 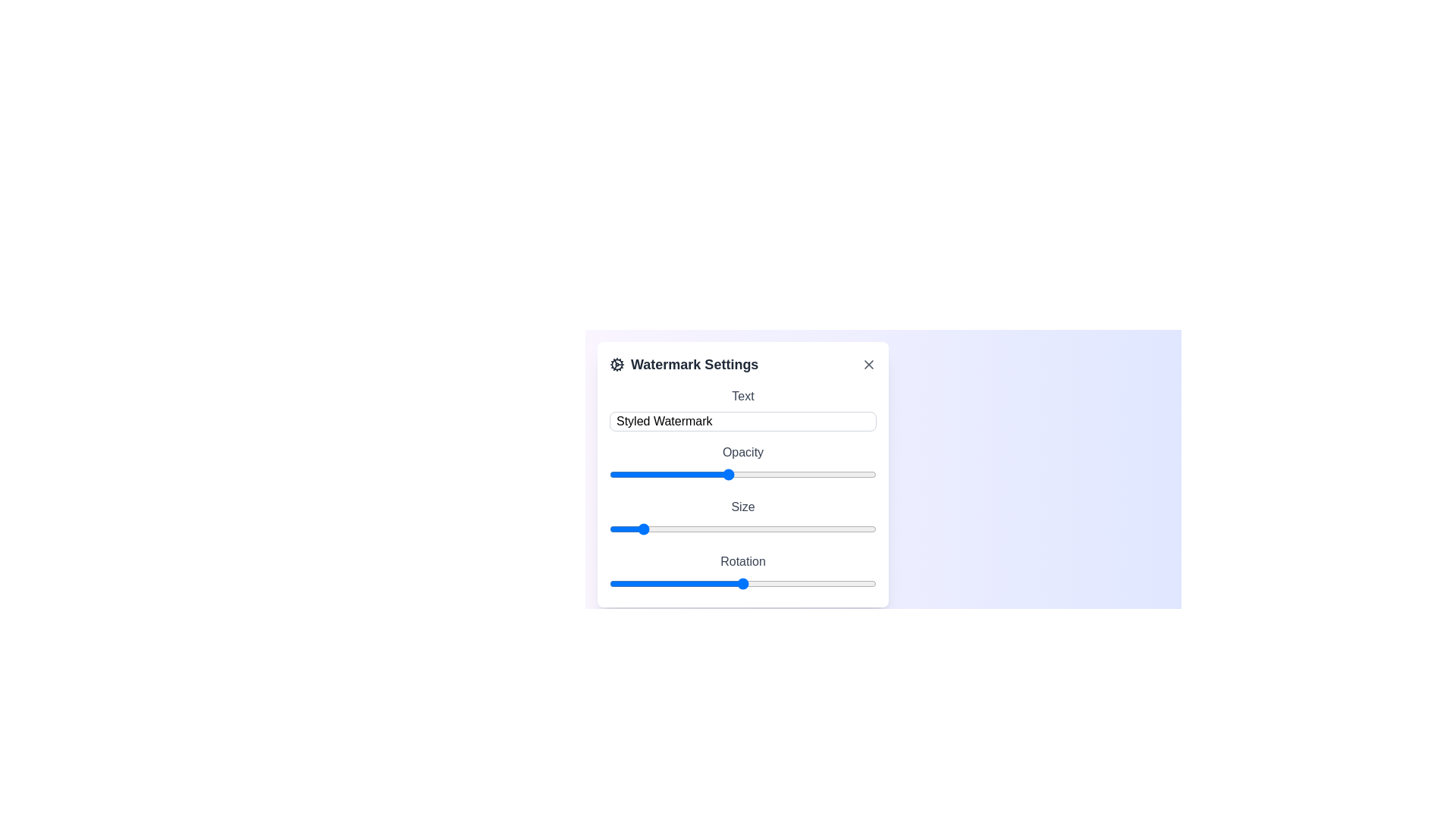 I want to click on the size, so click(x=839, y=529).